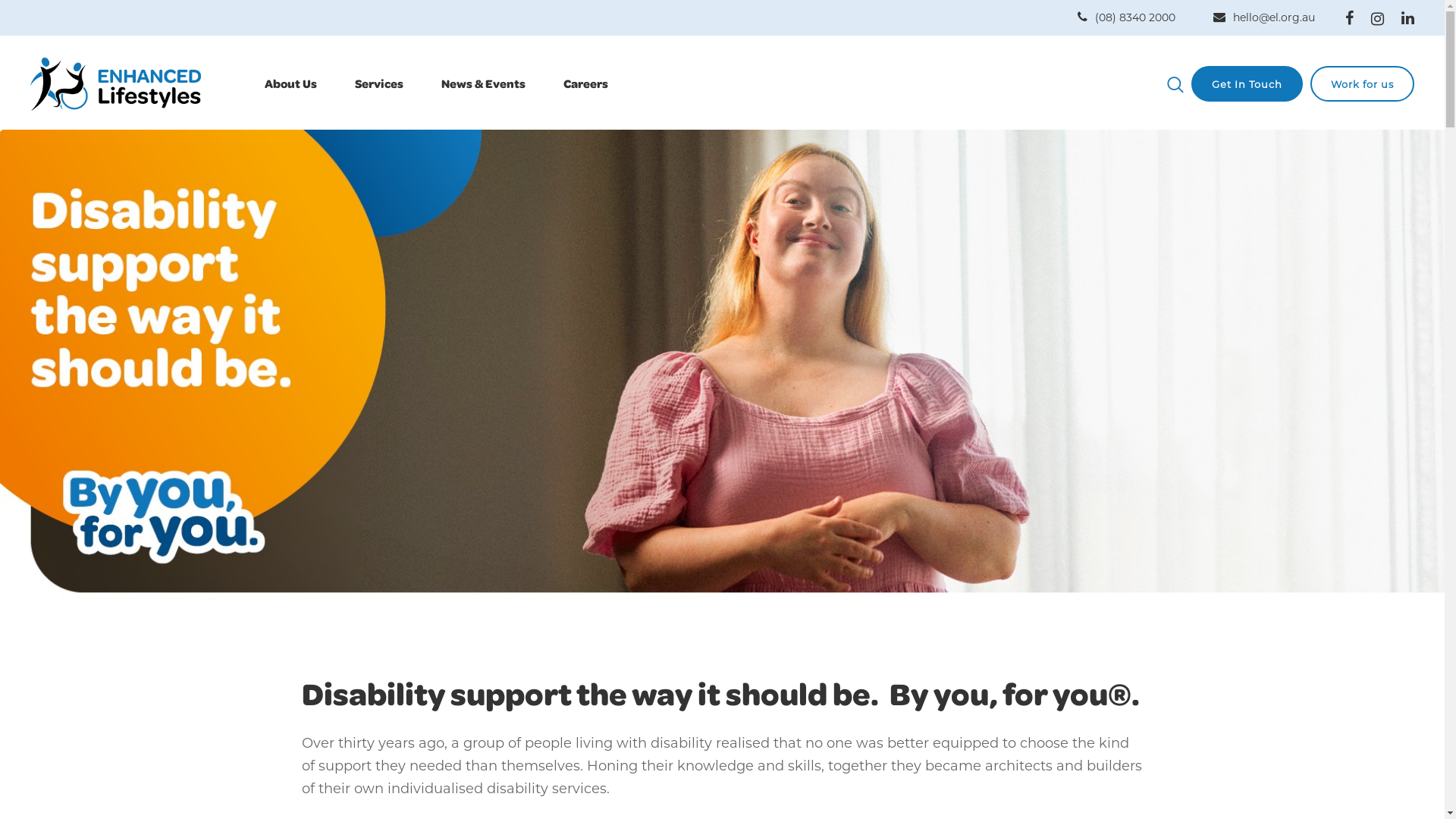 Image resolution: width=1456 pixels, height=819 pixels. Describe the element at coordinates (1377, 18) in the screenshot. I see `'Instagram'` at that location.